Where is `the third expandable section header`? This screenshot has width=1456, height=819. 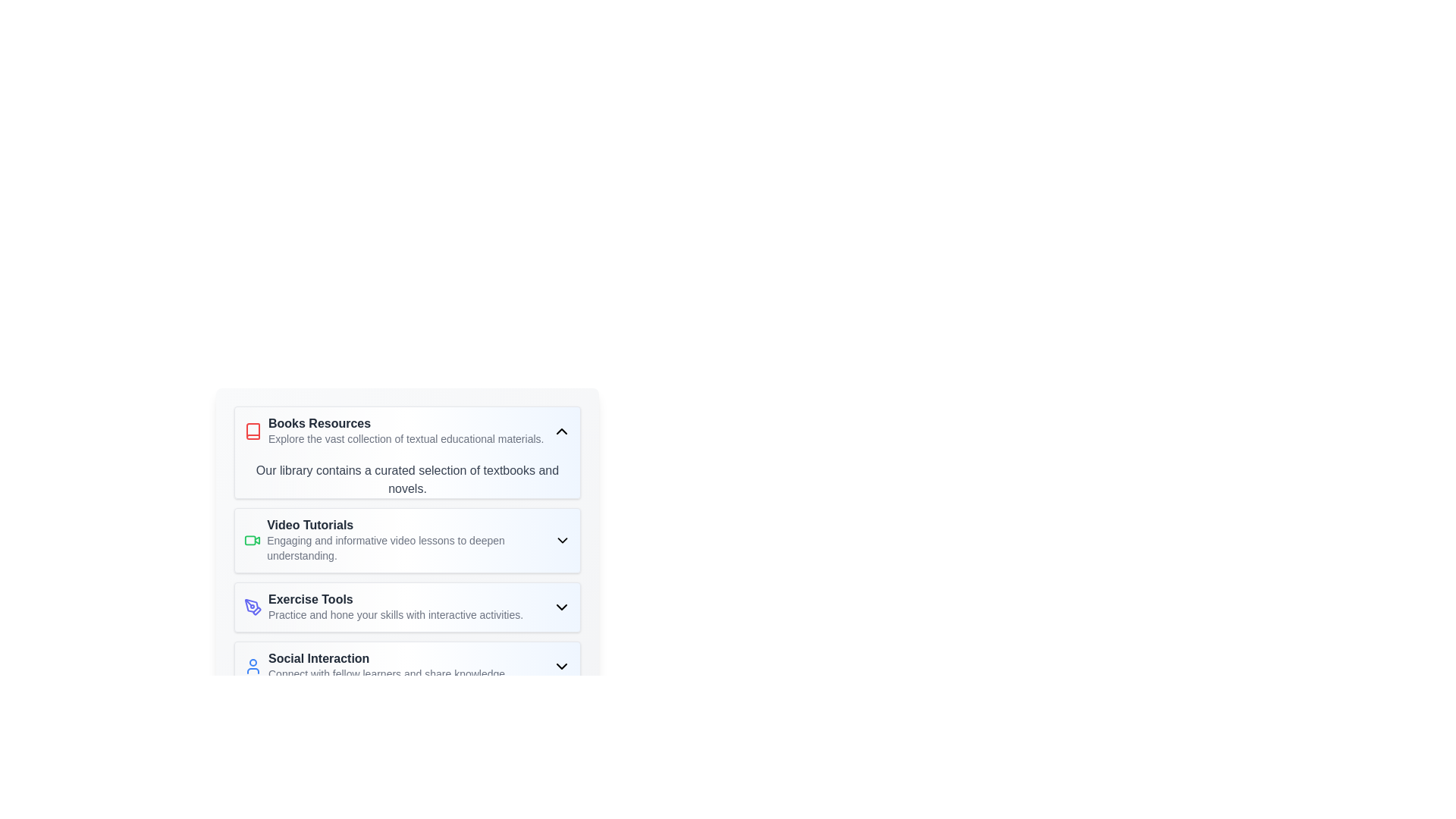
the third expandable section header is located at coordinates (407, 607).